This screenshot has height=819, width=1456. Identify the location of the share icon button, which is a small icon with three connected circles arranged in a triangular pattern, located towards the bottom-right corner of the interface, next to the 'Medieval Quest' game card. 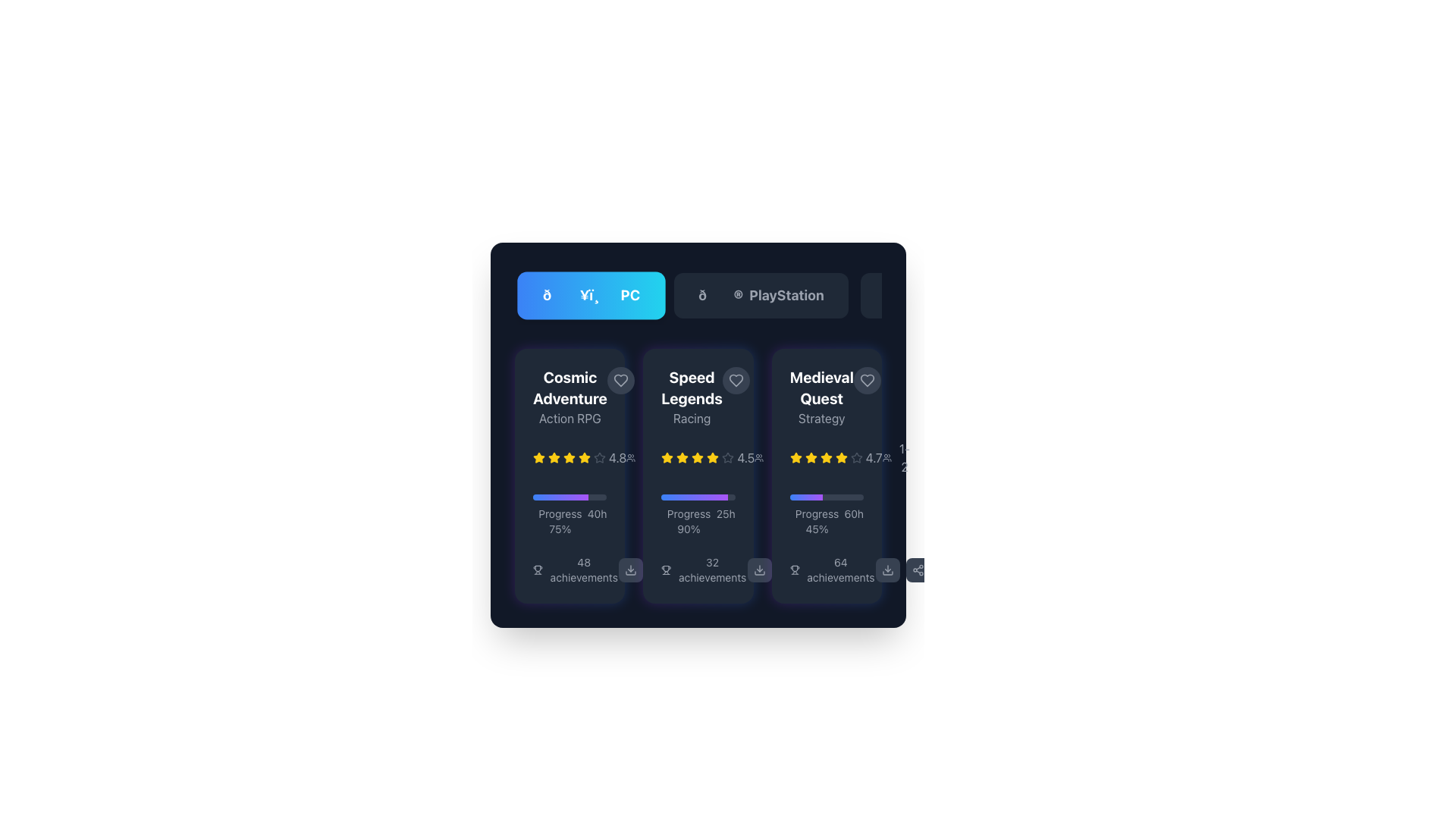
(789, 570).